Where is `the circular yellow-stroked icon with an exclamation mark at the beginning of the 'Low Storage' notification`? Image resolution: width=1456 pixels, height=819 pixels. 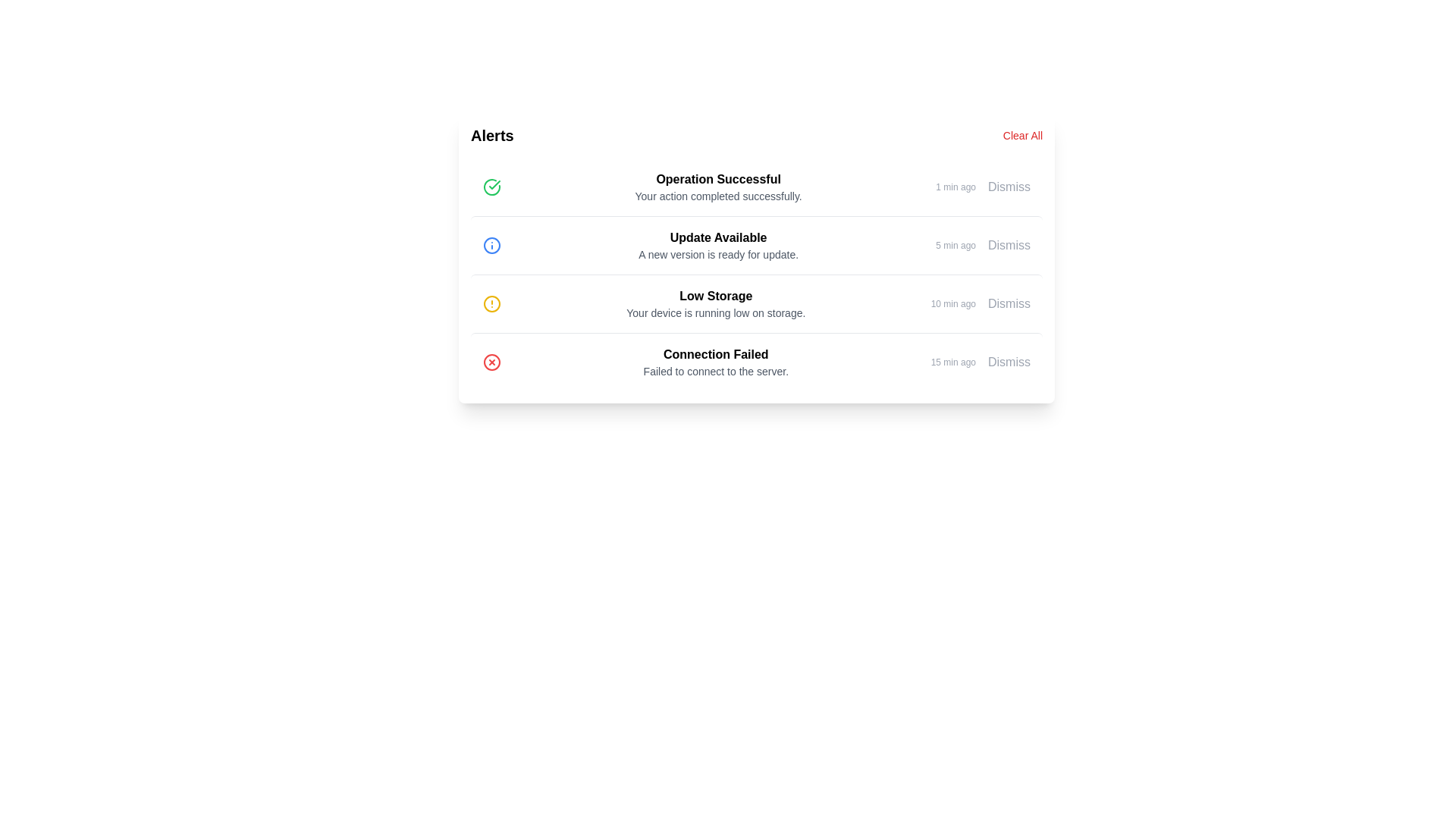
the circular yellow-stroked icon with an exclamation mark at the beginning of the 'Low Storage' notification is located at coordinates (491, 304).